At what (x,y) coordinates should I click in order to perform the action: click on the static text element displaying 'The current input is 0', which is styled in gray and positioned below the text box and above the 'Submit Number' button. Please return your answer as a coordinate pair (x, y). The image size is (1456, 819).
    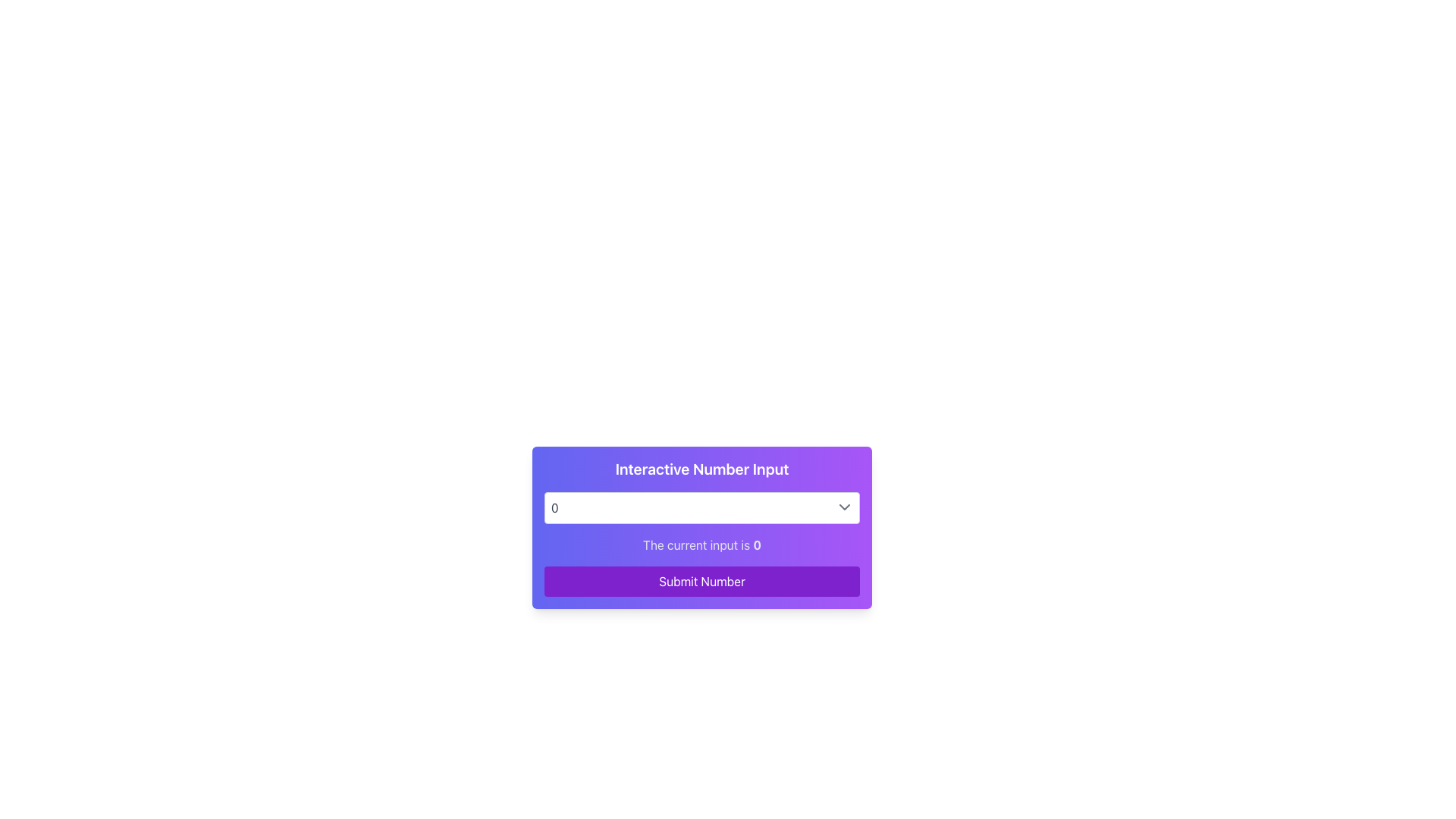
    Looking at the image, I should click on (701, 544).